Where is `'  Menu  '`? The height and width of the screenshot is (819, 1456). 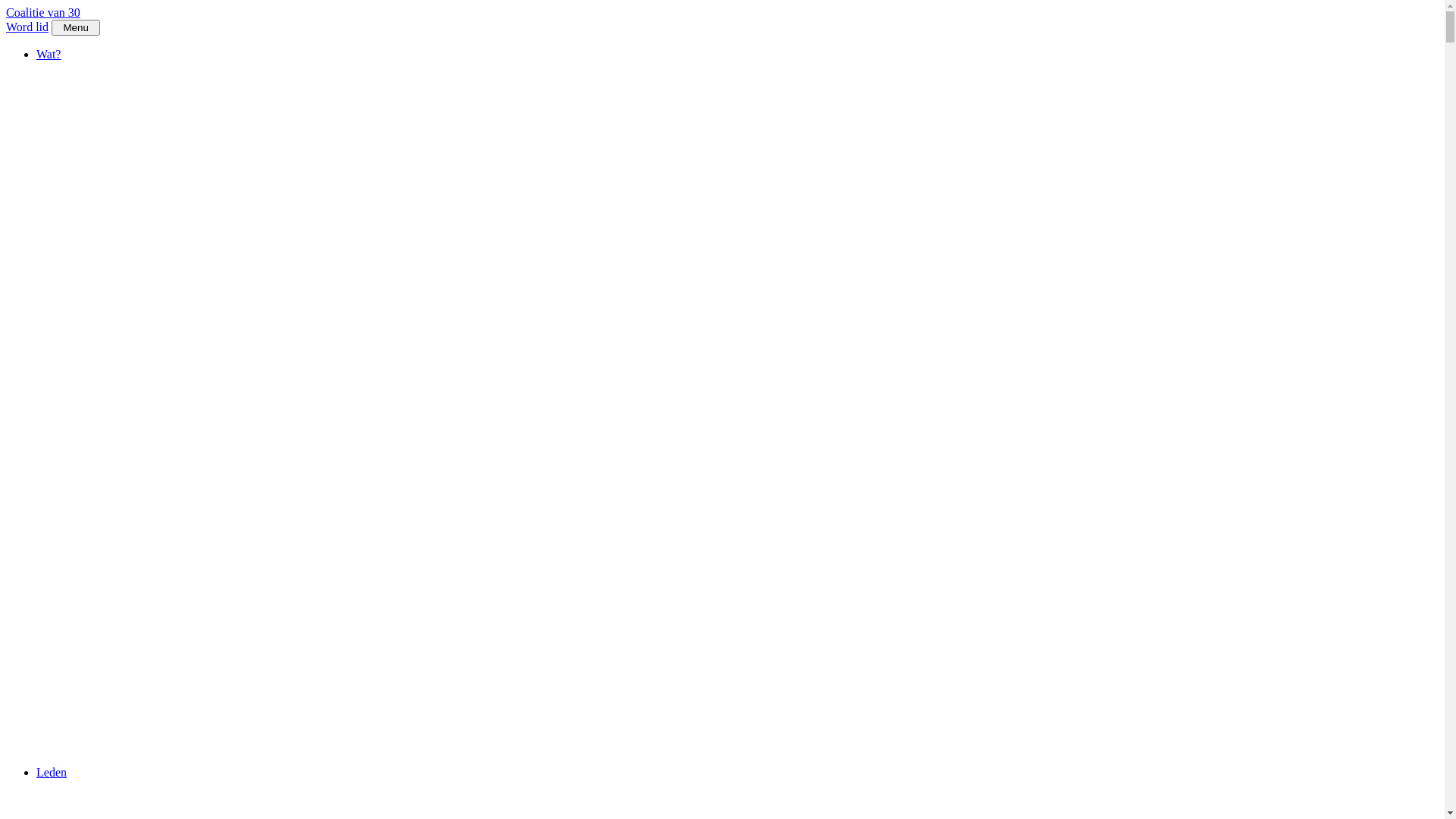
'  Menu  ' is located at coordinates (75, 27).